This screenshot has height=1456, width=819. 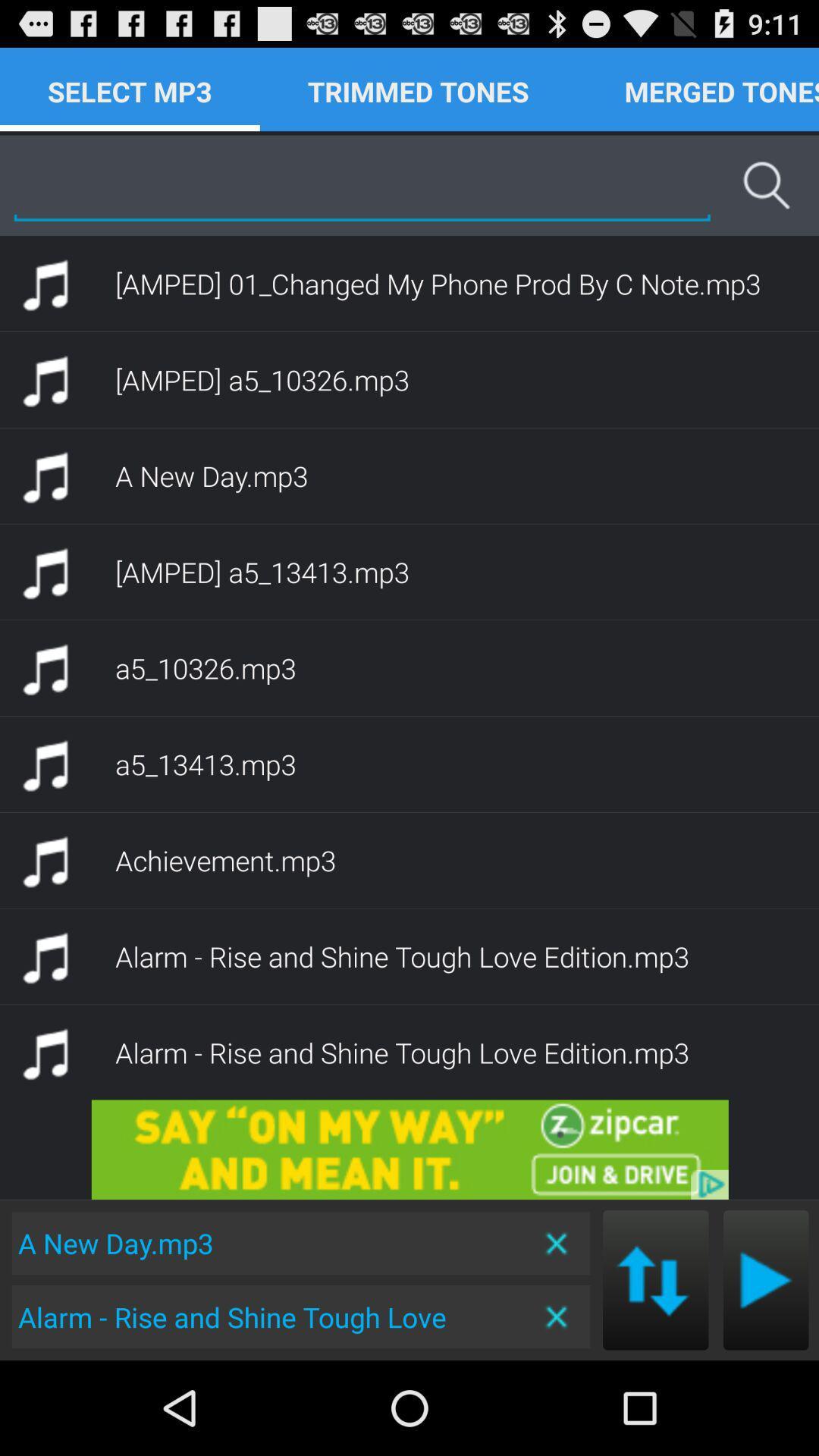 I want to click on song, so click(x=766, y=1279).